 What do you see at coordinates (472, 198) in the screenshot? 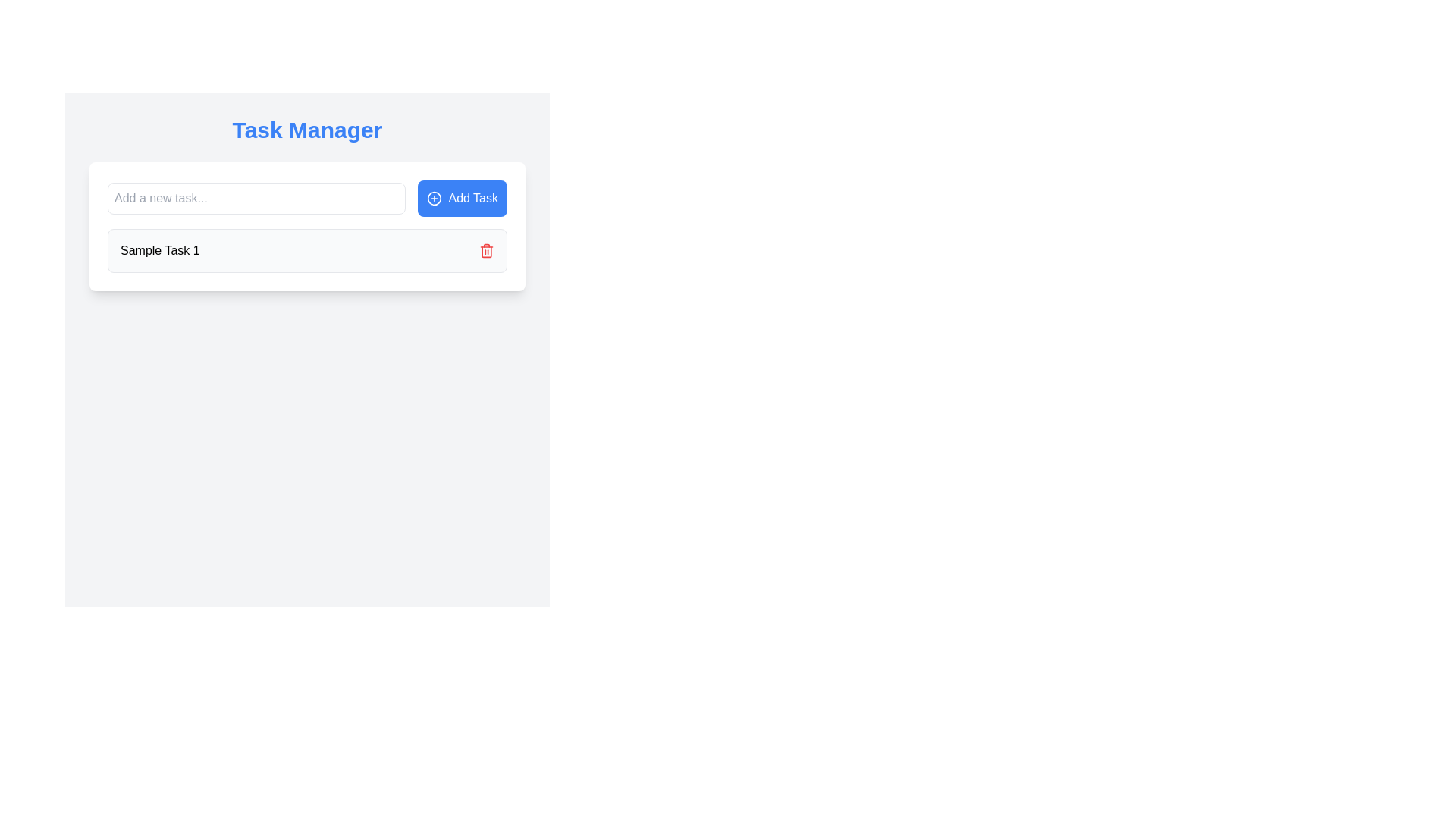
I see `the 'Add Task' text label, which is styled with a white font color and positioned inside a blue button on the right side of the task input section` at bounding box center [472, 198].